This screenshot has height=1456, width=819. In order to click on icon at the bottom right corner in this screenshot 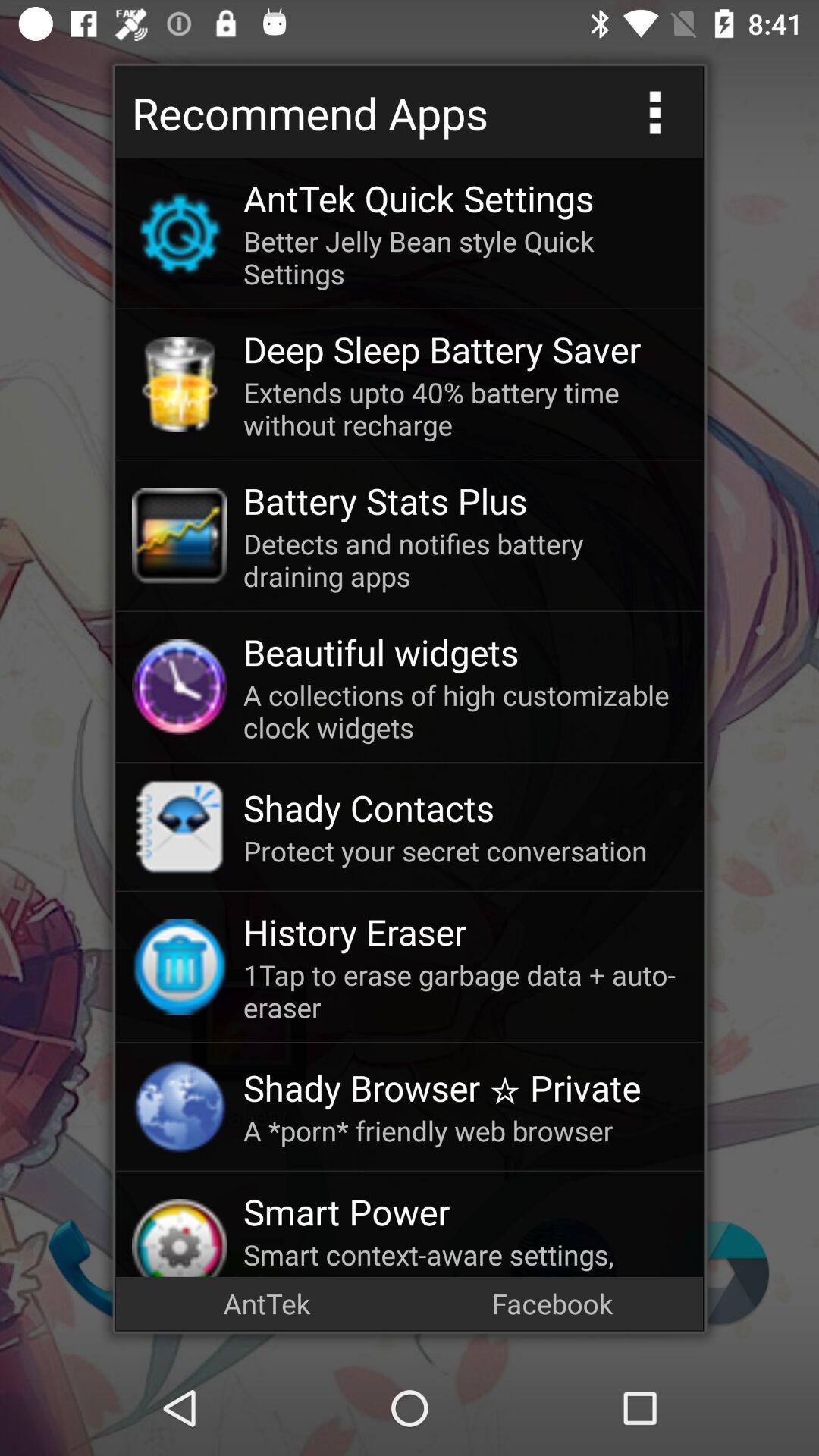, I will do `click(552, 1302)`.